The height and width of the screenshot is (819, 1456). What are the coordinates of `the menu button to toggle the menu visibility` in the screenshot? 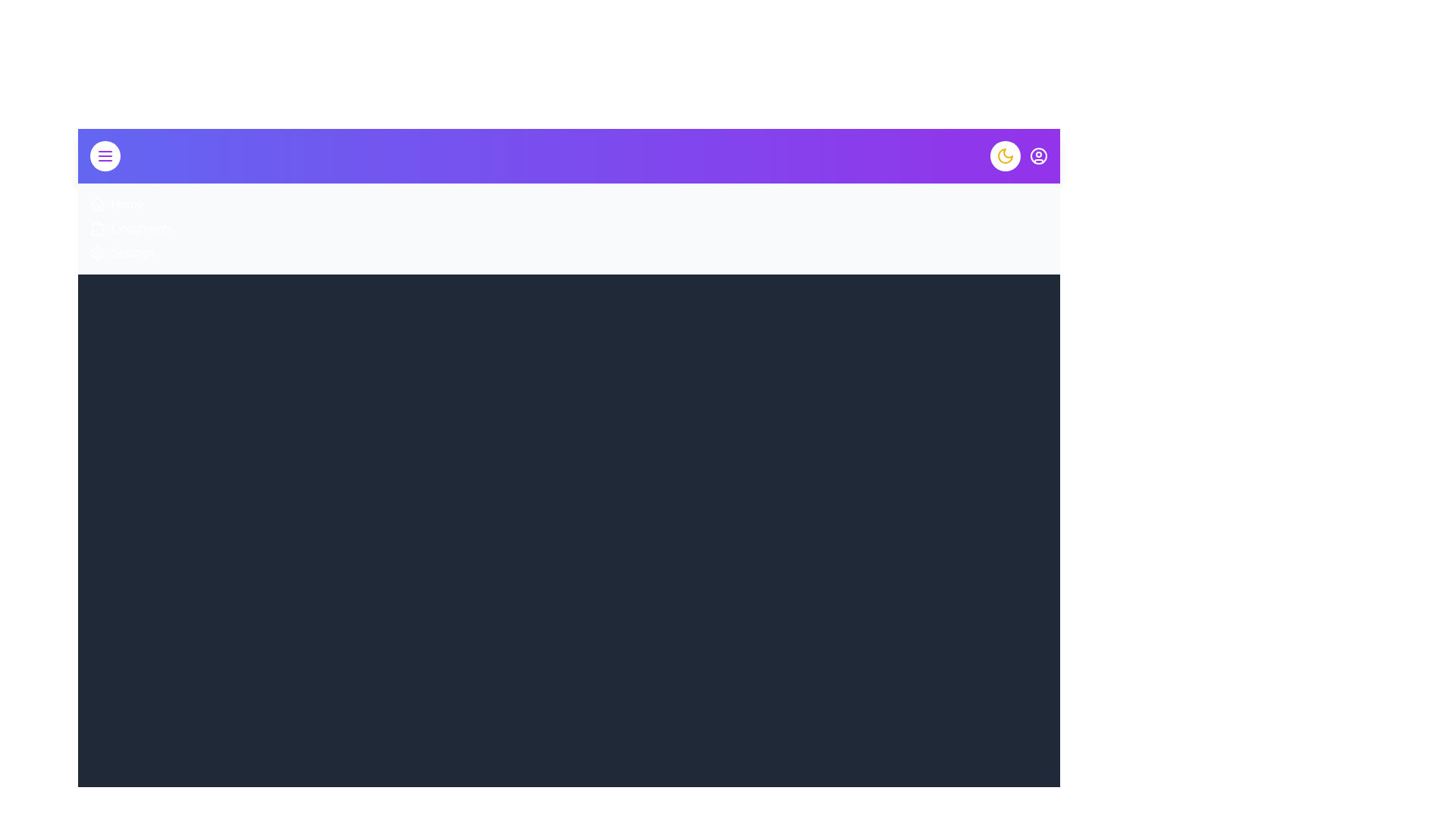 It's located at (105, 155).